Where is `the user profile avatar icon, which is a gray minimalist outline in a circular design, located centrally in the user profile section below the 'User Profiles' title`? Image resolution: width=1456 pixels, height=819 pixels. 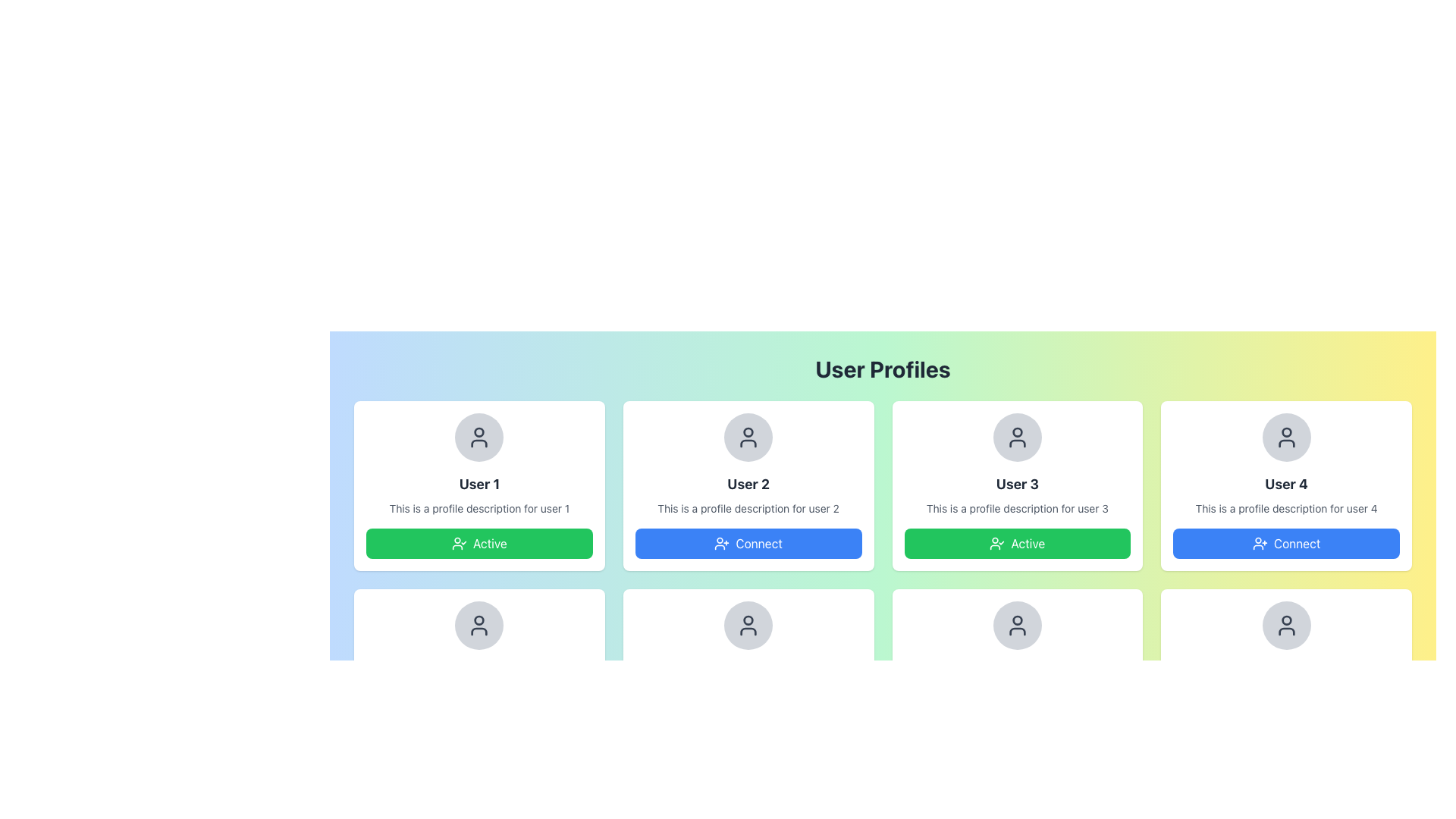
the user profile avatar icon, which is a gray minimalist outline in a circular design, located centrally in the user profile section below the 'User Profiles' title is located at coordinates (479, 626).